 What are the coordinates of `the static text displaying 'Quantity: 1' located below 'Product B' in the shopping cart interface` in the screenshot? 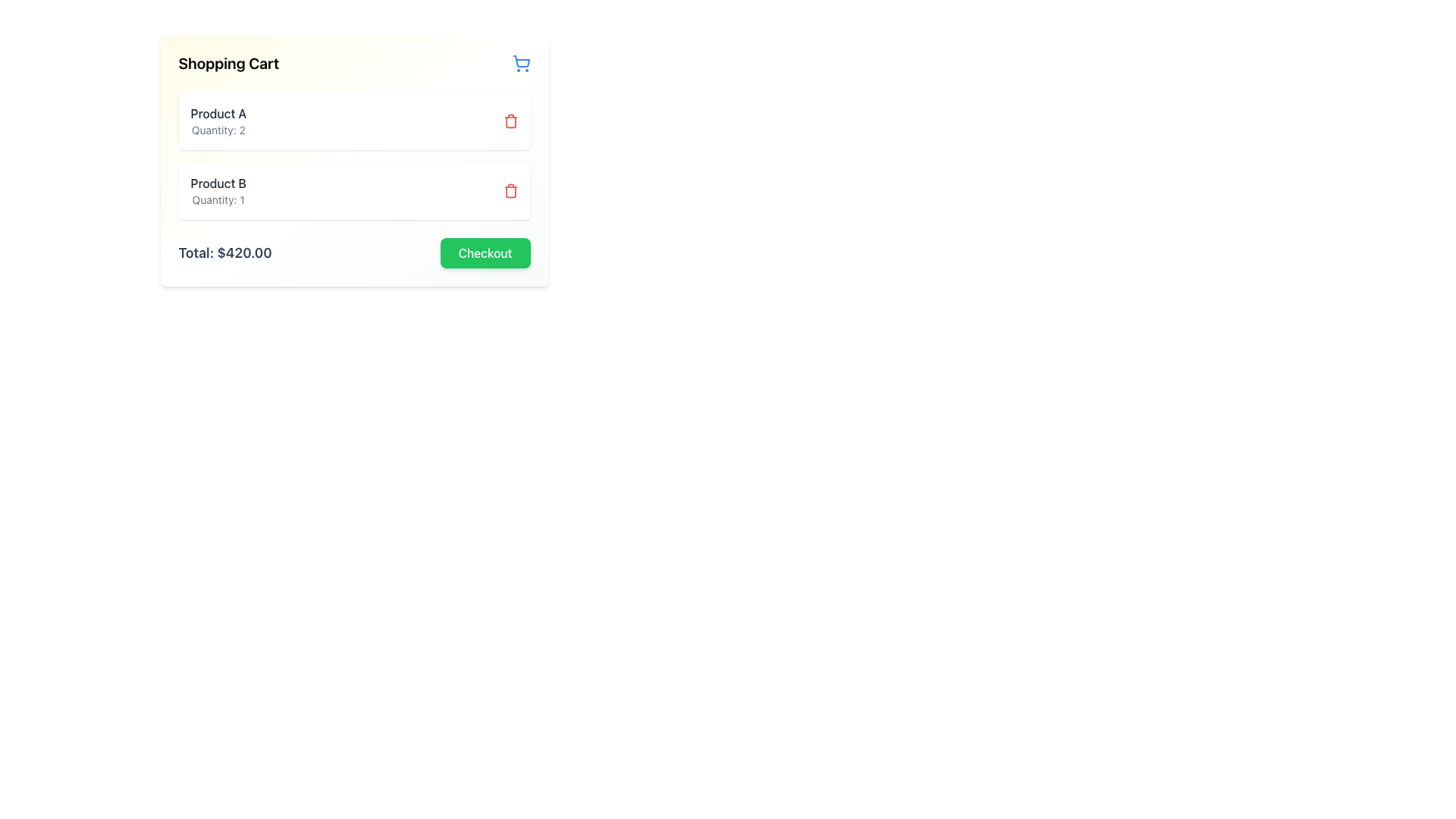 It's located at (218, 199).